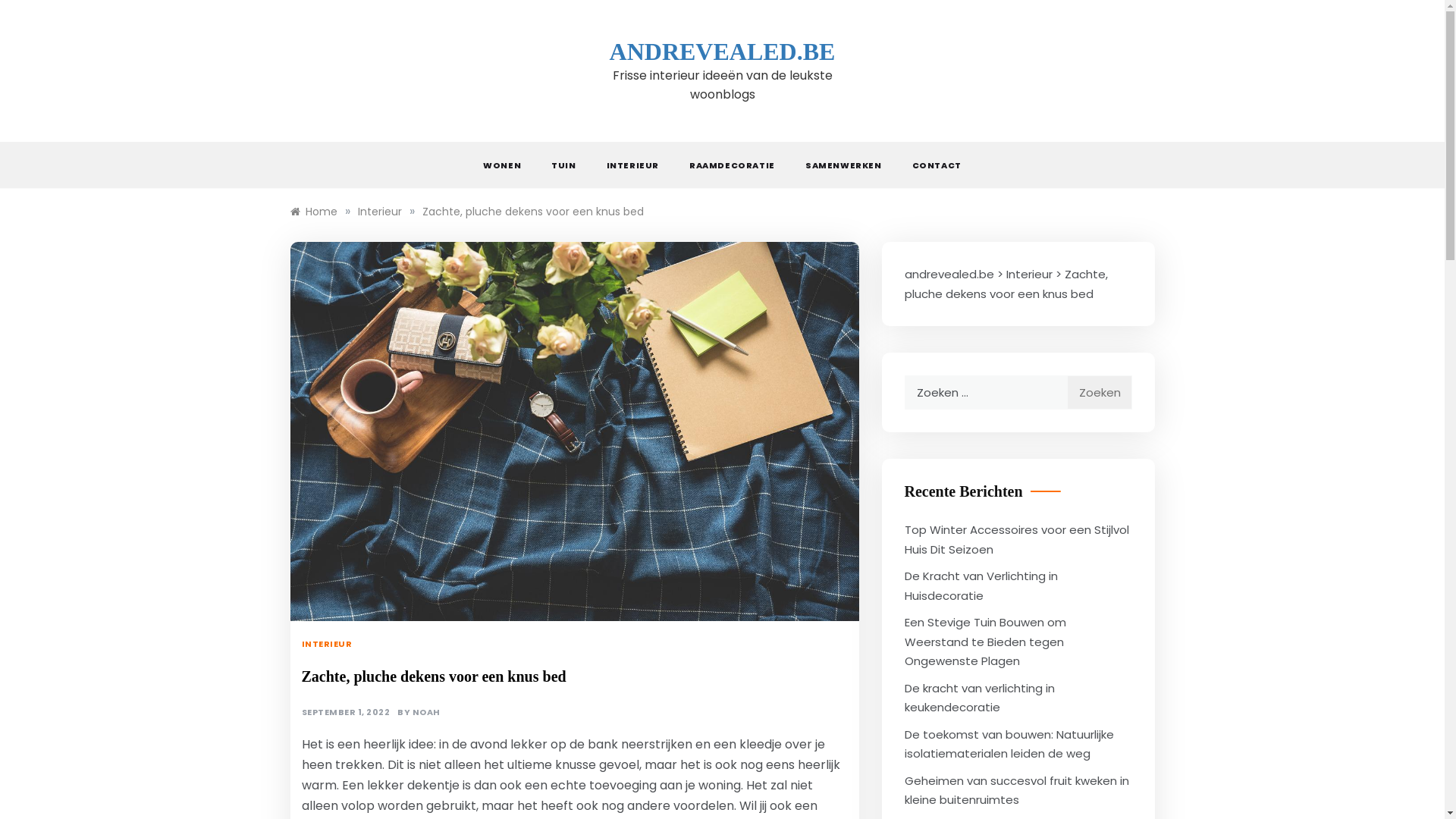  Describe the element at coordinates (928, 165) in the screenshot. I see `'CONTACT'` at that location.